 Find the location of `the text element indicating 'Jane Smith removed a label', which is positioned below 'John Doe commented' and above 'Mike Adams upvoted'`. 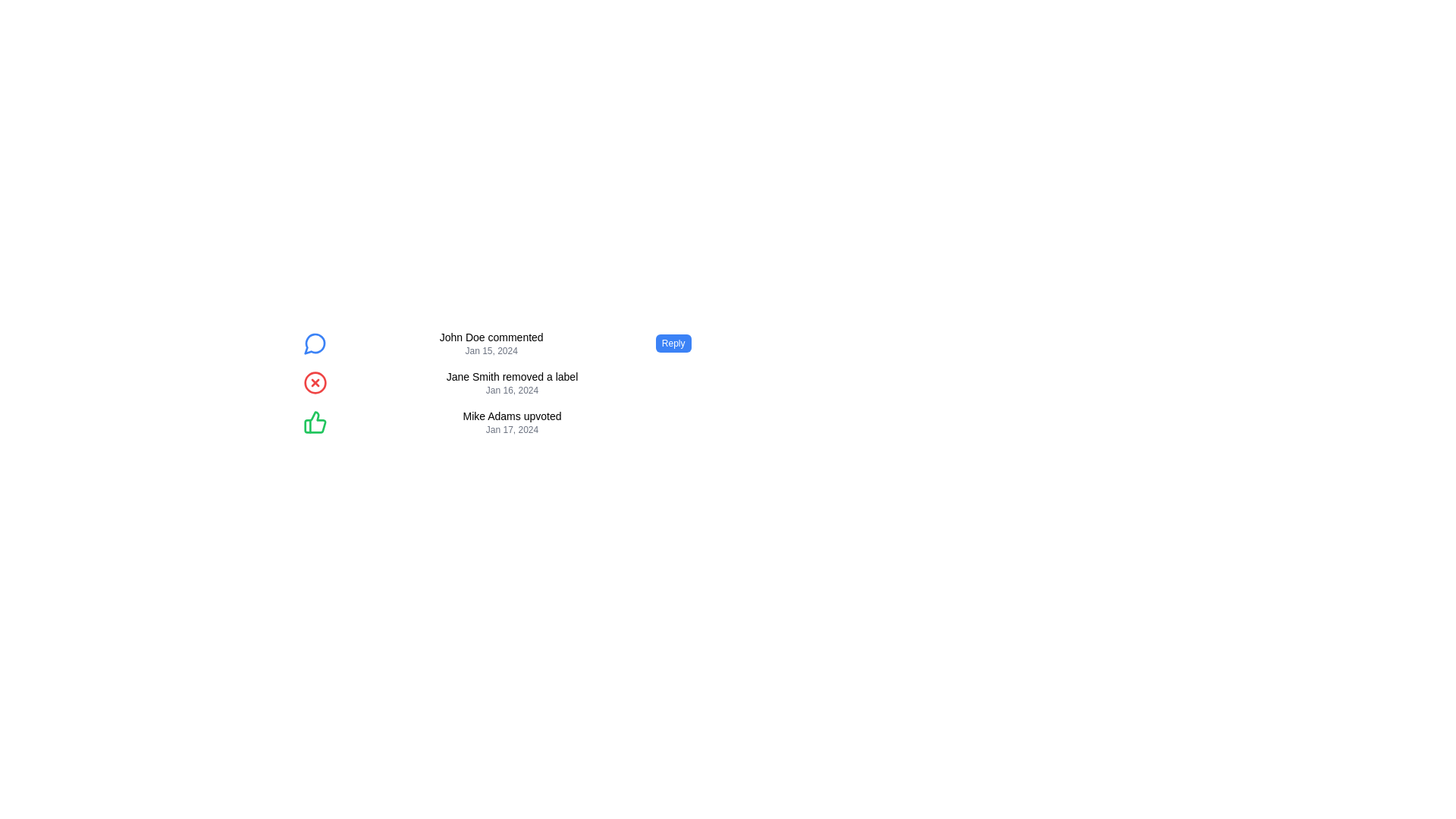

the text element indicating 'Jane Smith removed a label', which is positioned below 'John Doe commented' and above 'Mike Adams upvoted' is located at coordinates (512, 376).